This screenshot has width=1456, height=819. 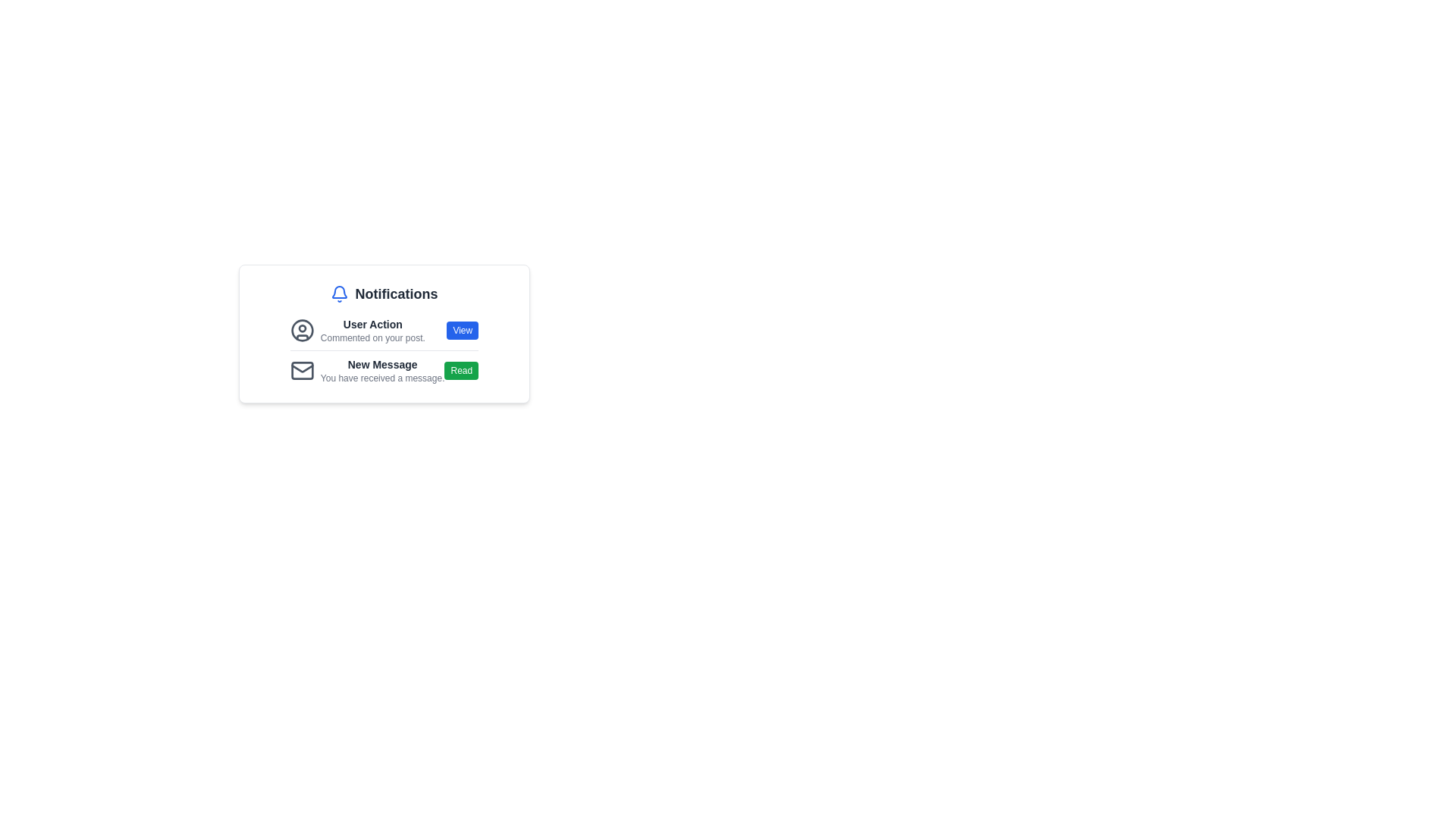 I want to click on the user avatar icon, which is a circular icon with a gray outline and a minimalistic design, located at the top-left corner of the 'User Action' notification card, so click(x=302, y=329).